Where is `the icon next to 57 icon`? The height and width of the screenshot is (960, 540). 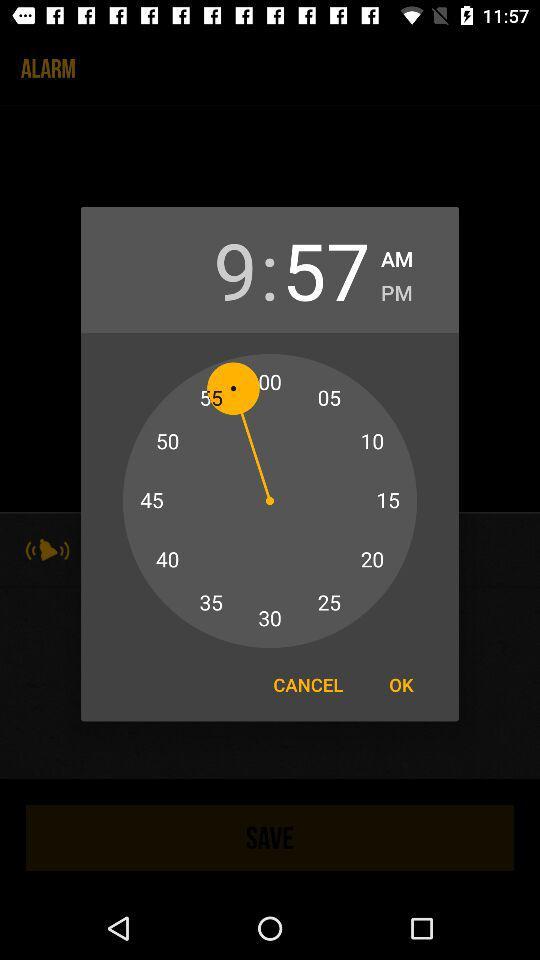 the icon next to 57 icon is located at coordinates (396, 288).